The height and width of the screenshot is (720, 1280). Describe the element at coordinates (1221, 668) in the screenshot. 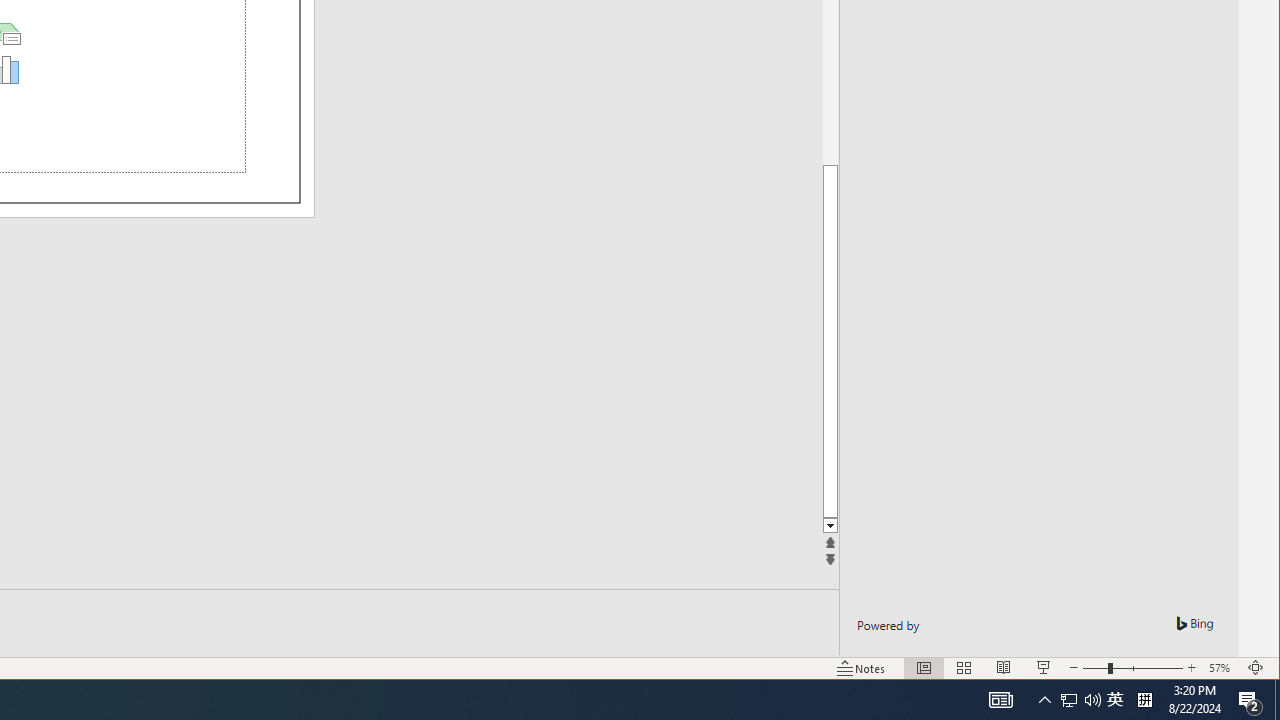

I see `'Zoom 57%'` at that location.